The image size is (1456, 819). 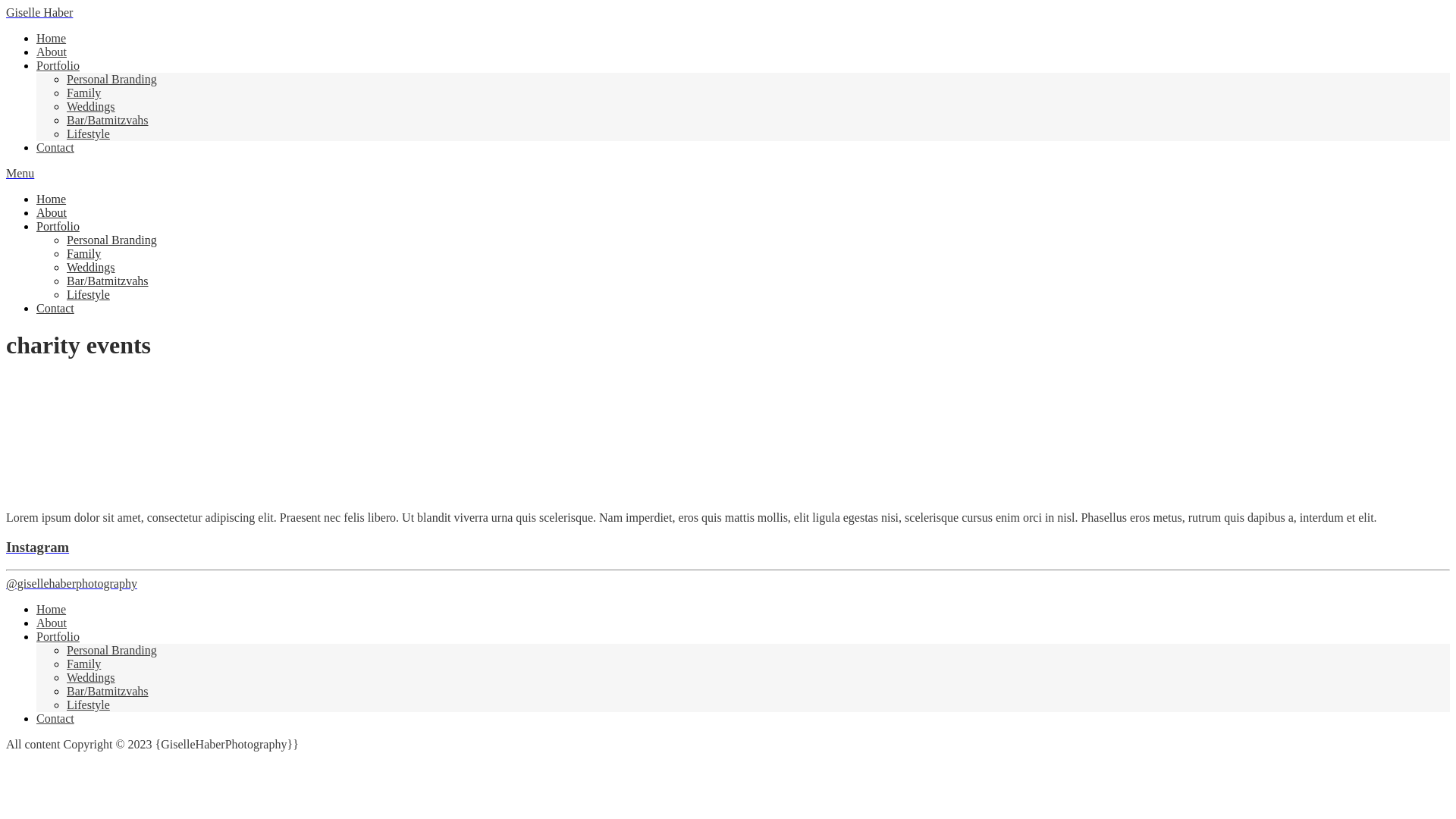 What do you see at coordinates (36, 198) in the screenshot?
I see `'Home'` at bounding box center [36, 198].